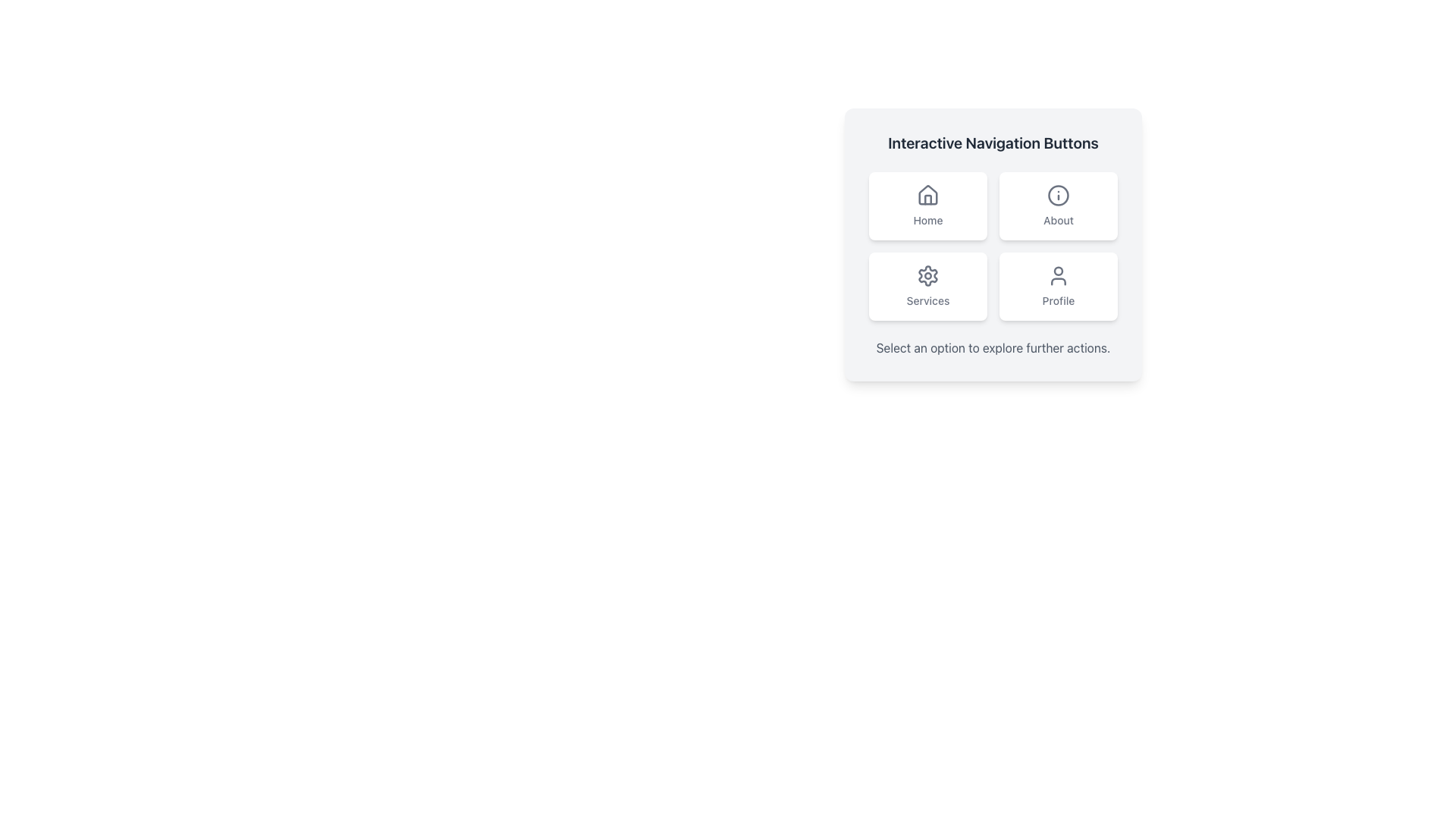 The height and width of the screenshot is (819, 1456). What do you see at coordinates (927, 301) in the screenshot?
I see `the text label 'Services' located in the bottom-left rectangle of a 2x2 grid layout, directly beneath the gear icon` at bounding box center [927, 301].